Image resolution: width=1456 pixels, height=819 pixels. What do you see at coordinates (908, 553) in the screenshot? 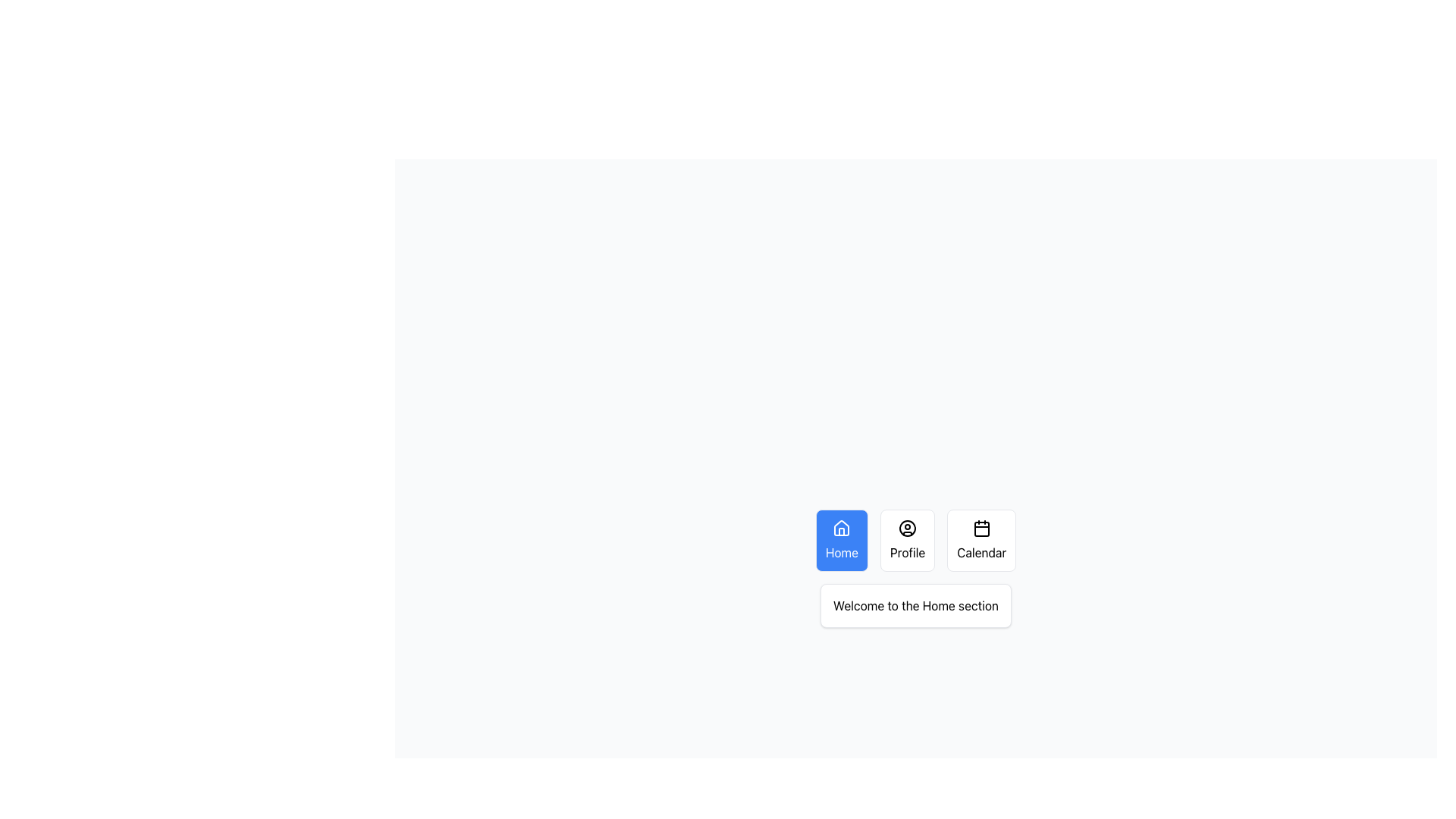
I see `the 'Profile' text label, which is located below a user profile icon in the second interactive panel, aligned horizontally with 'Home' and 'Calendar'` at bounding box center [908, 553].